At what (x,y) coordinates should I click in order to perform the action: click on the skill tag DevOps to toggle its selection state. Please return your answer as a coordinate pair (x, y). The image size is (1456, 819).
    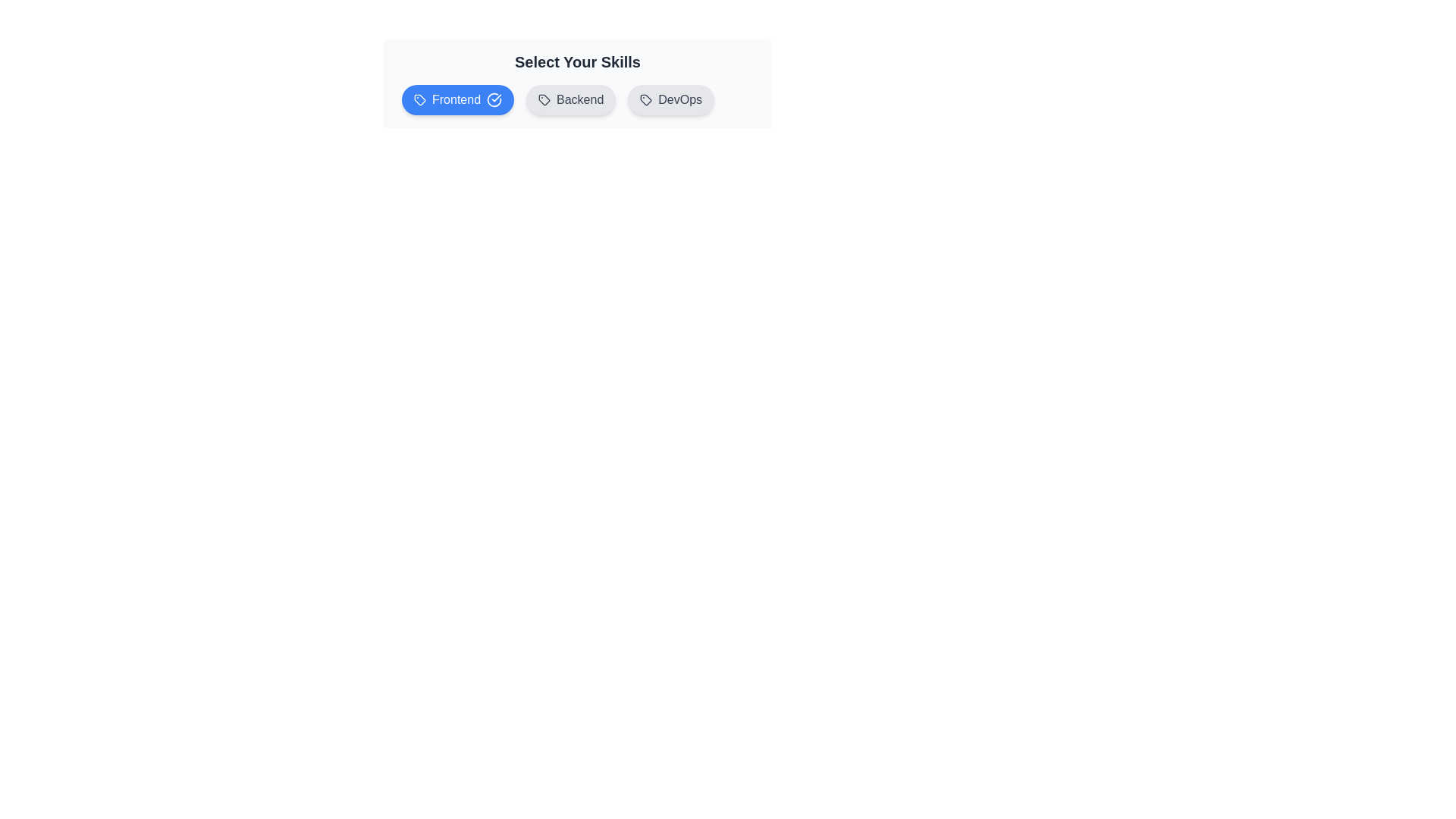
    Looking at the image, I should click on (670, 99).